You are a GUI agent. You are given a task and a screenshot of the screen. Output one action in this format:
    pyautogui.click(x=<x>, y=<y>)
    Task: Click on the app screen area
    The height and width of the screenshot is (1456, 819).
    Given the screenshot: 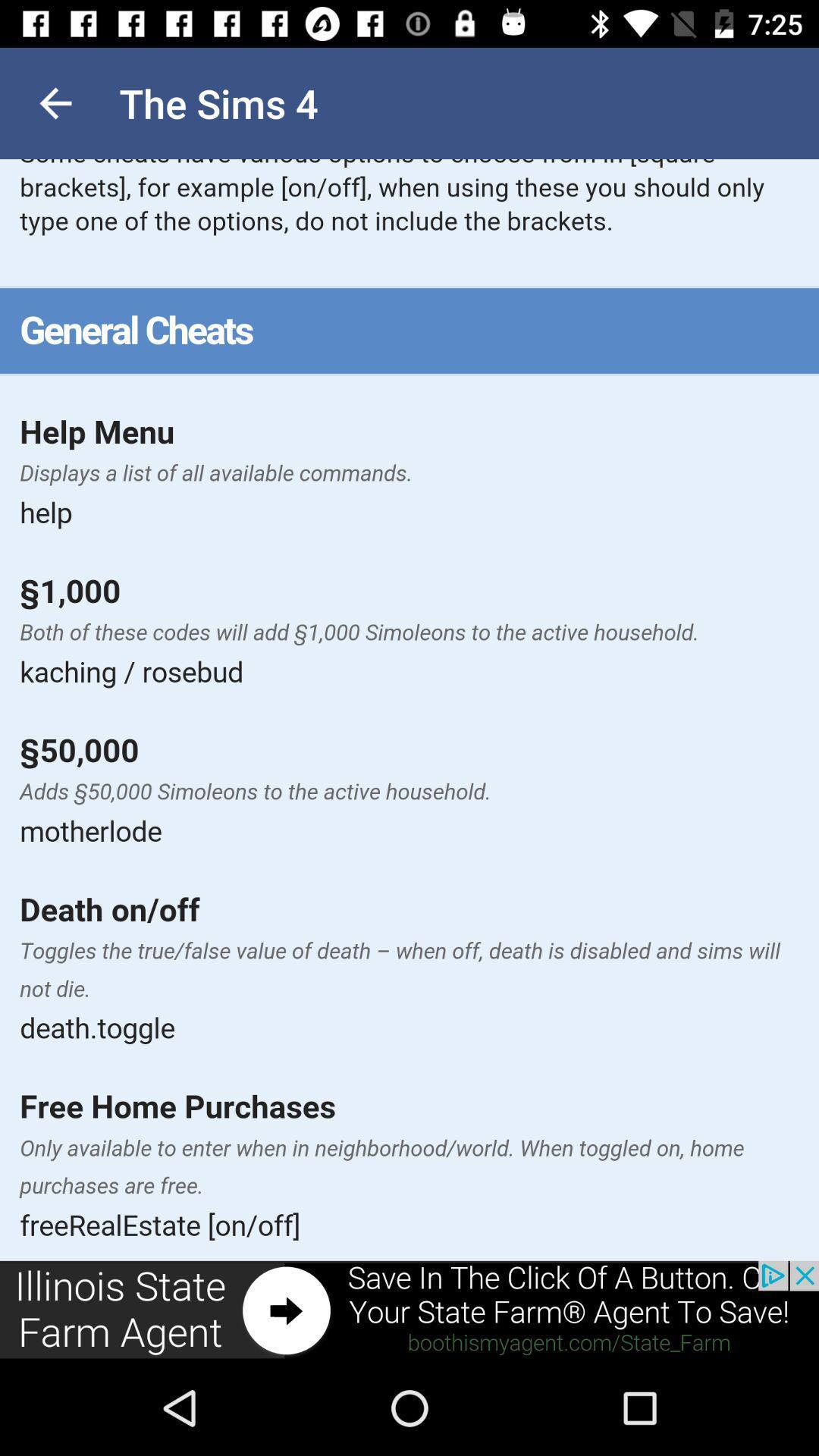 What is the action you would take?
    pyautogui.click(x=409, y=709)
    